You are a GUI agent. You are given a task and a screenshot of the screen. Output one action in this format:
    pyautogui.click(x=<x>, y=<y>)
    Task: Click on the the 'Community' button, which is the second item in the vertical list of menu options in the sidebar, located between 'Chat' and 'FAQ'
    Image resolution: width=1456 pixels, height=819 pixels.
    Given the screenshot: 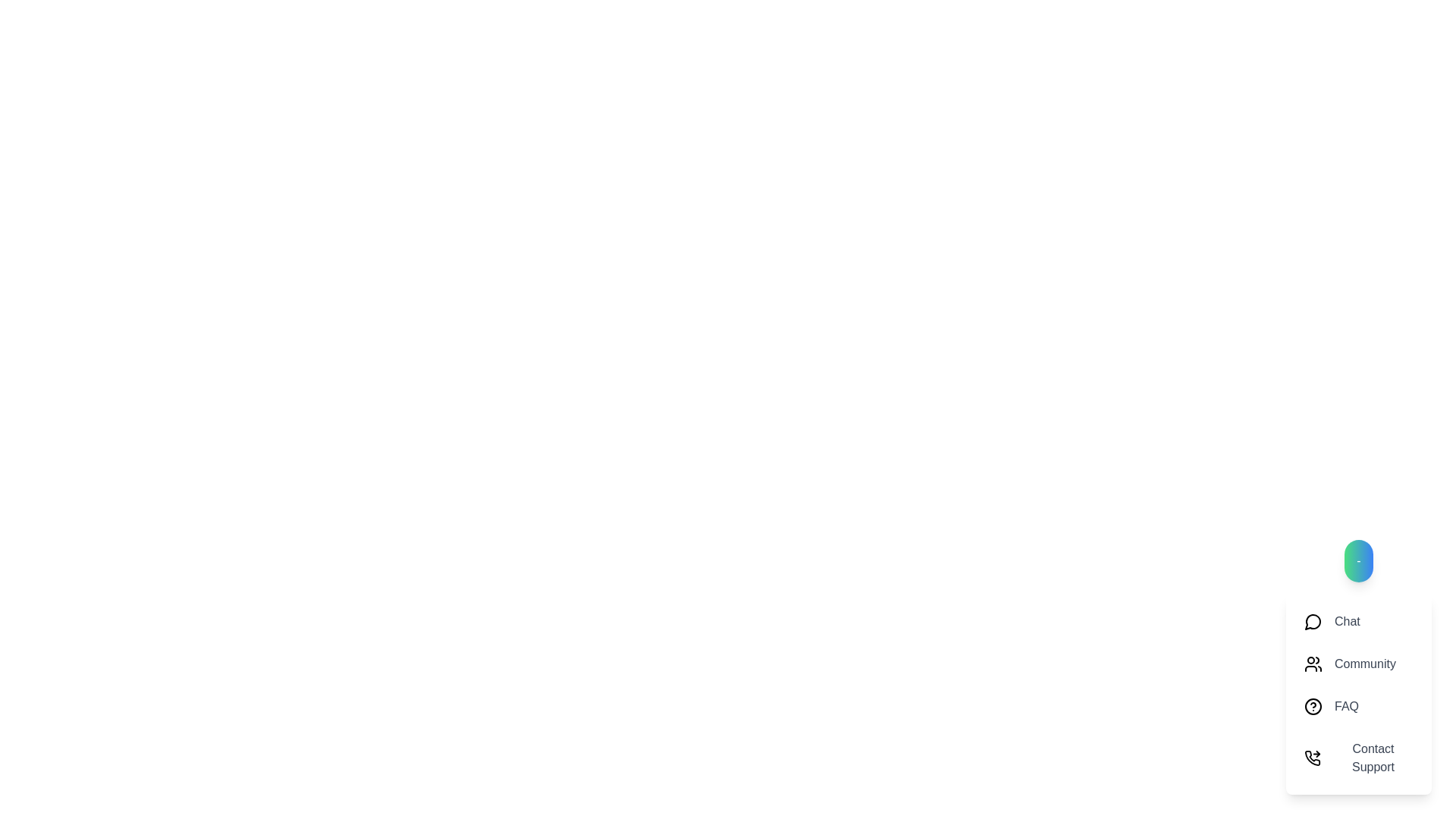 What is the action you would take?
    pyautogui.click(x=1358, y=663)
    